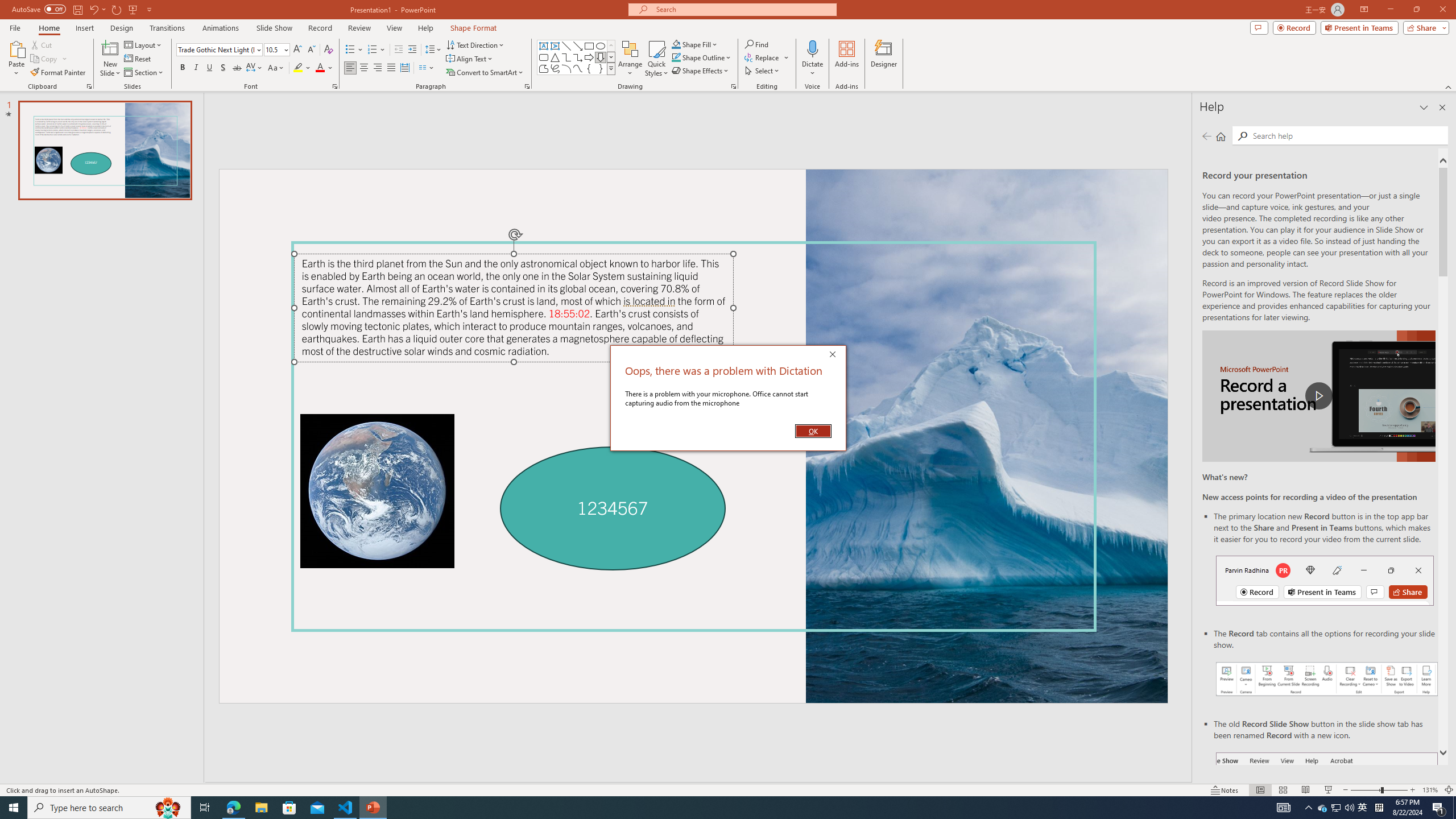  Describe the element at coordinates (526, 85) in the screenshot. I see `'Paragraph...'` at that location.